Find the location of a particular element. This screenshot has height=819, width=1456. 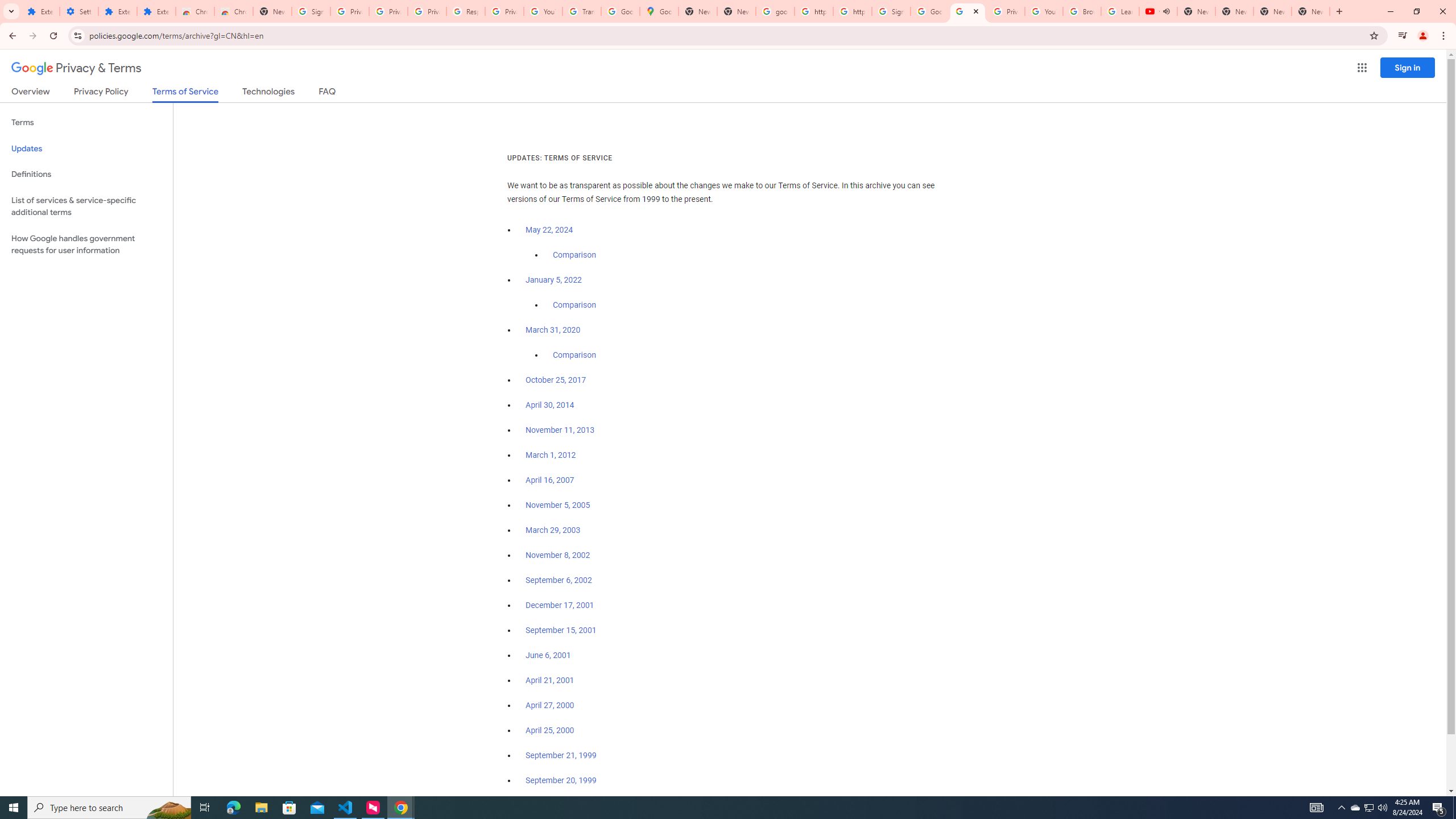

'September 21, 1999' is located at coordinates (561, 754).